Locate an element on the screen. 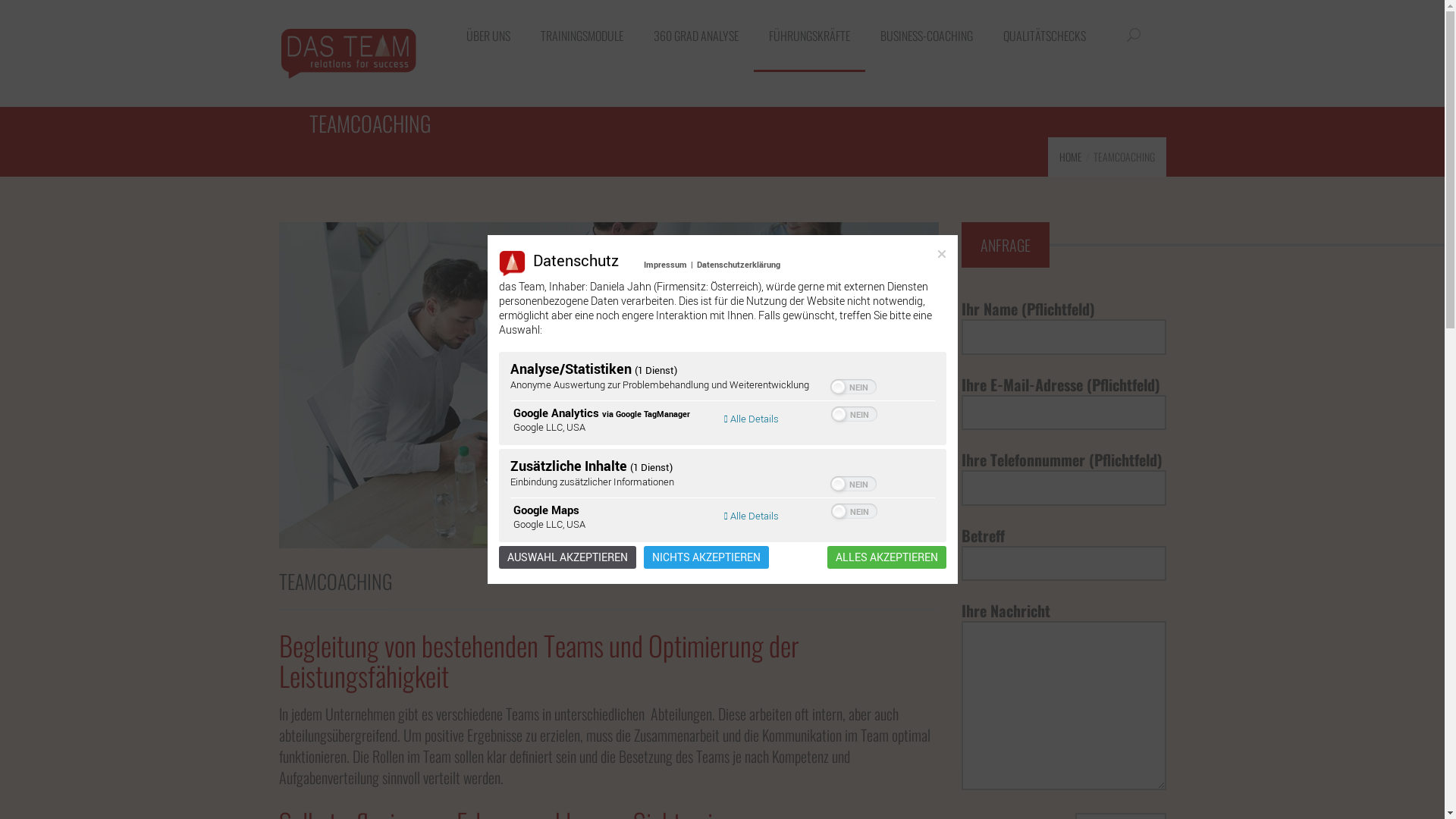  'NICHTS AKZEPTIEREN' is located at coordinates (704, 557).